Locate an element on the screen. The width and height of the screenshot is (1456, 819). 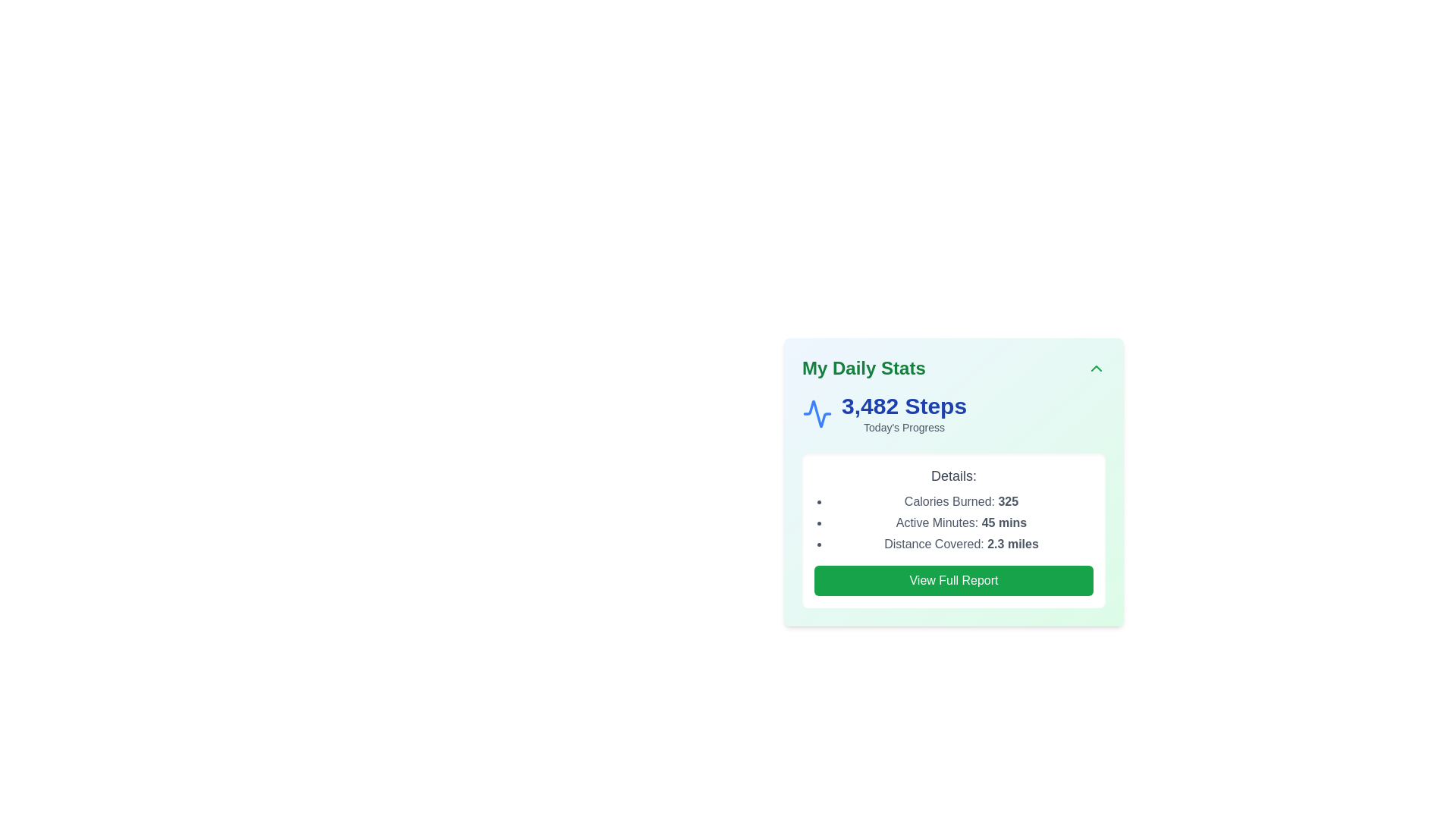
the Static Info Panel displaying '3,482 Steps' and 'Today's Progress', located centrally within the 'My Daily Stats' card, featuring a blue heartbeat icon and a gradient background is located at coordinates (952, 414).